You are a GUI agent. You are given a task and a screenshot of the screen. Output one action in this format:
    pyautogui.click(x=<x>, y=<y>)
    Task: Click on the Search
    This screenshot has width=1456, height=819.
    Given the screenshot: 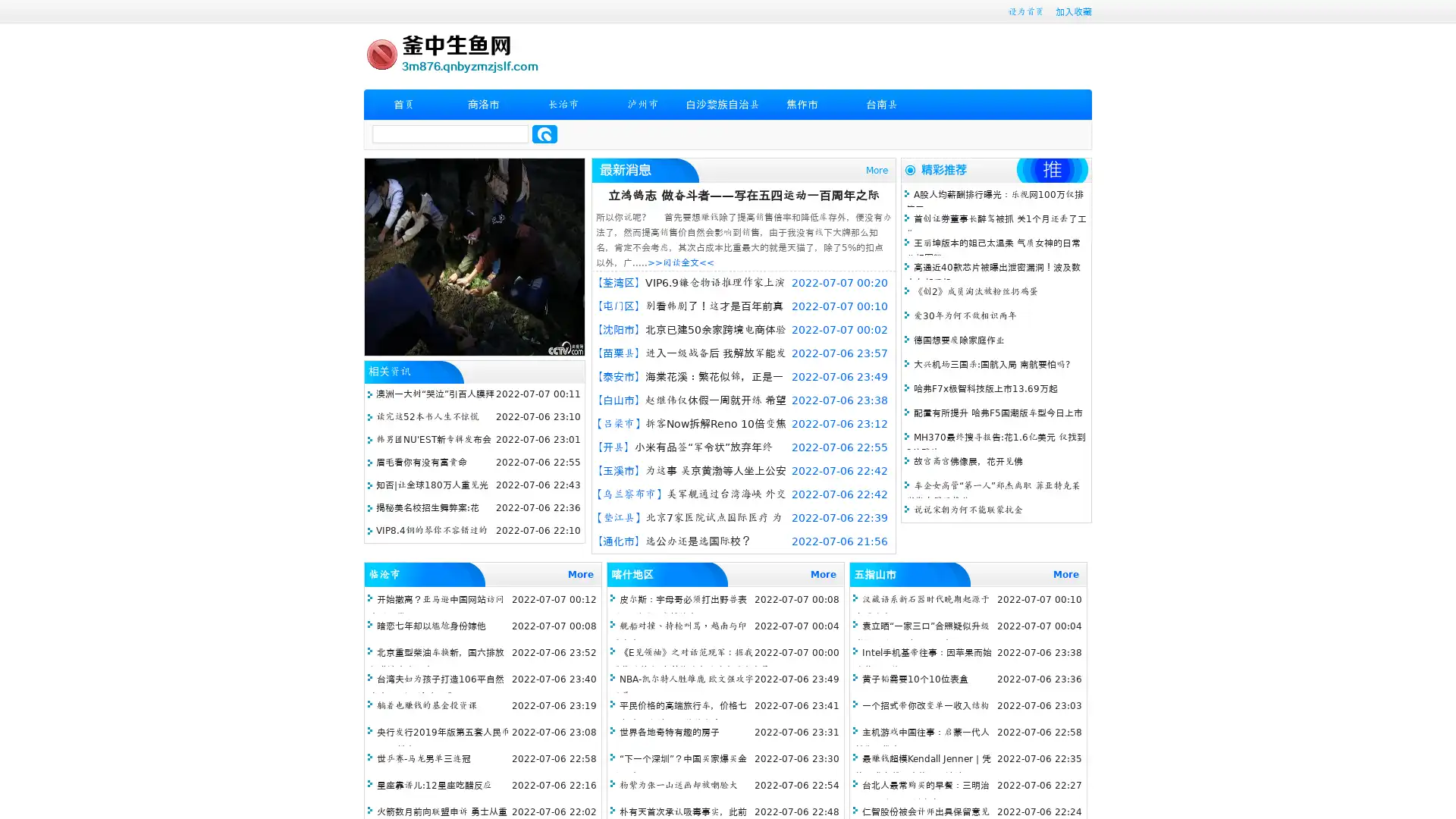 What is the action you would take?
    pyautogui.click(x=544, y=133)
    